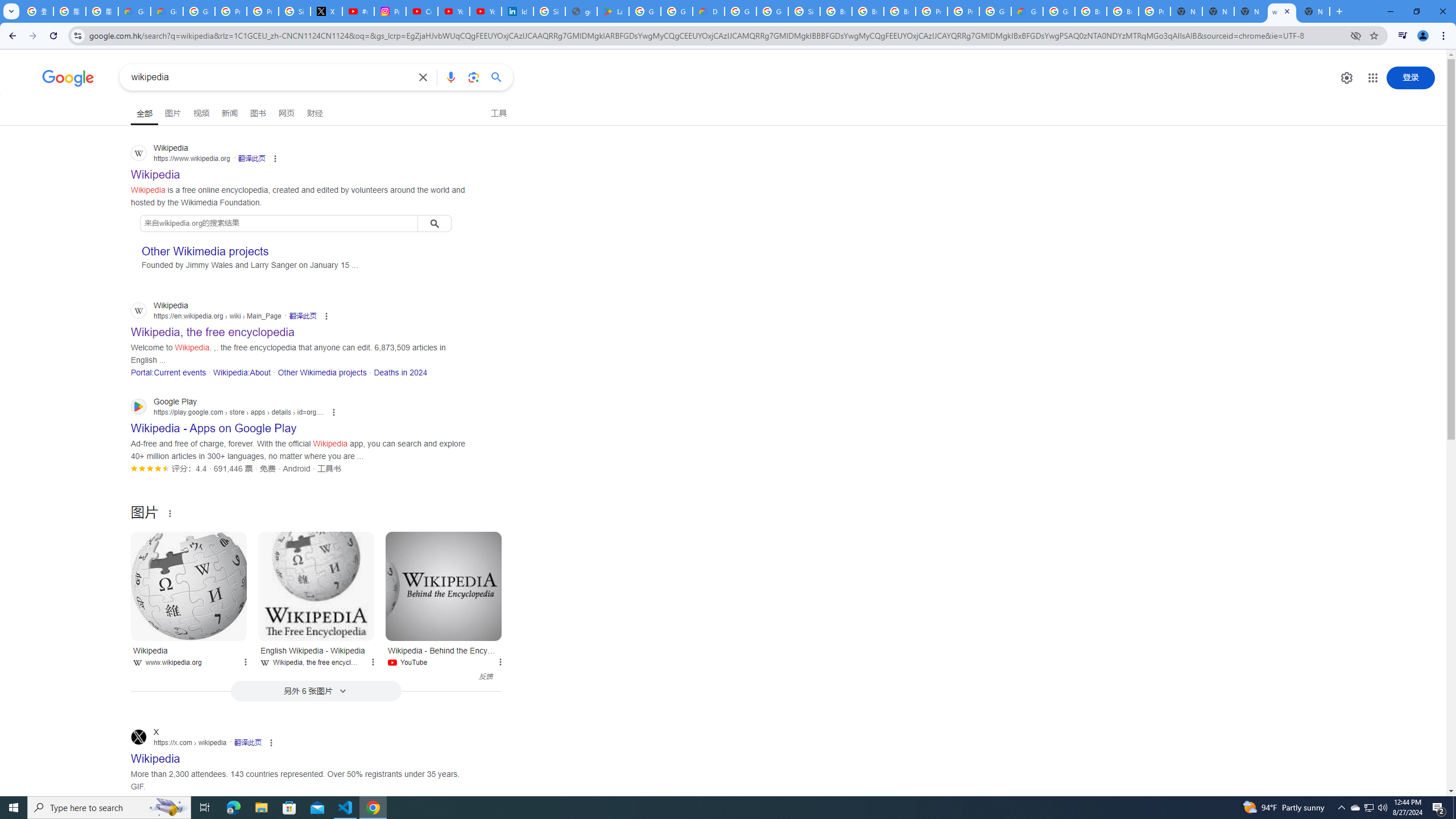 Image resolution: width=1456 pixels, height=819 pixels. Describe the element at coordinates (241, 372) in the screenshot. I see `'Wikipedia:About'` at that location.